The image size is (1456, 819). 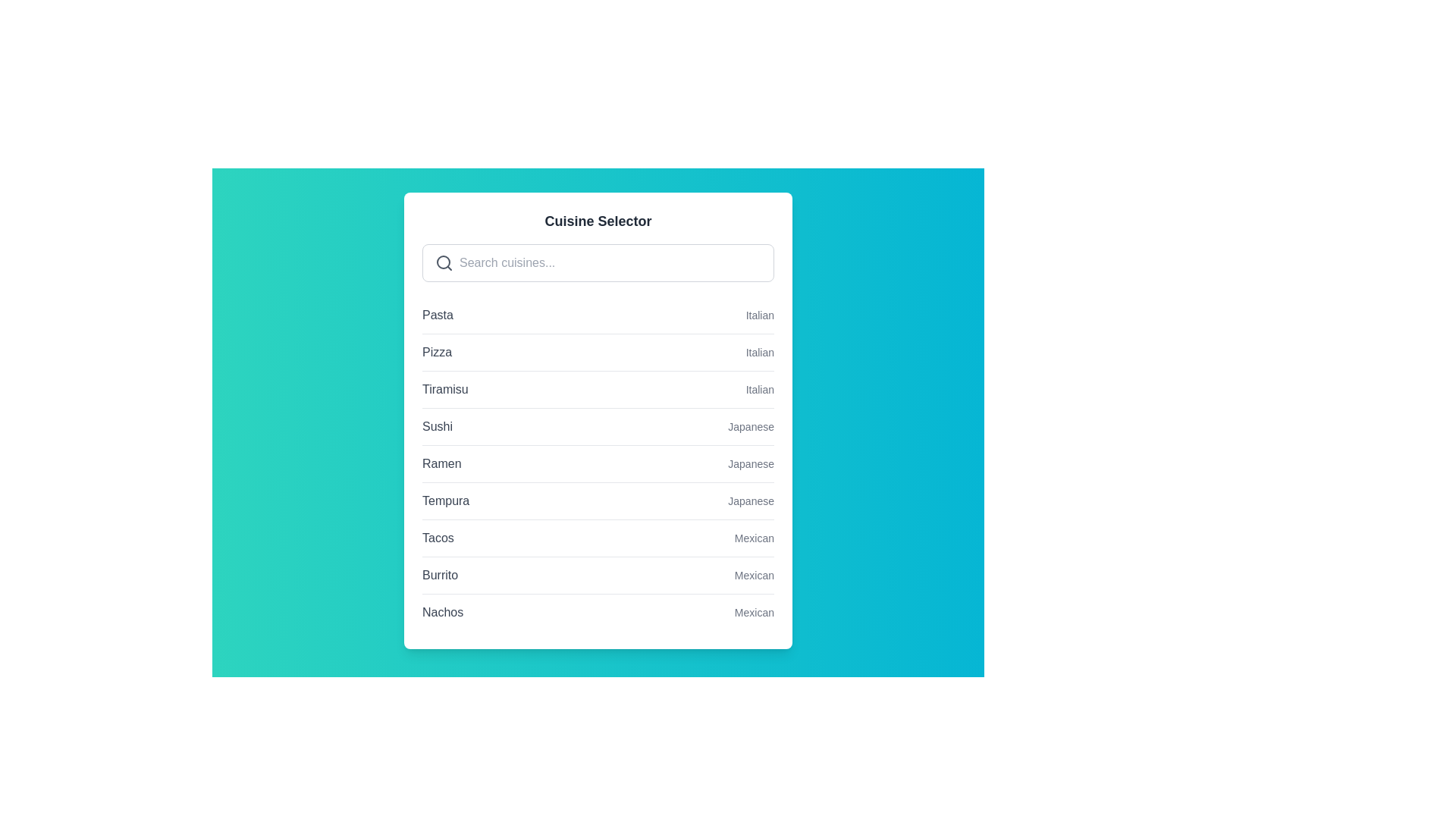 I want to click on the text label reading 'Italian', which is styled with a small font size and gray color, located in the second row of the cuisine items list, in the right column next to the 'Pizza' label, so click(x=760, y=353).